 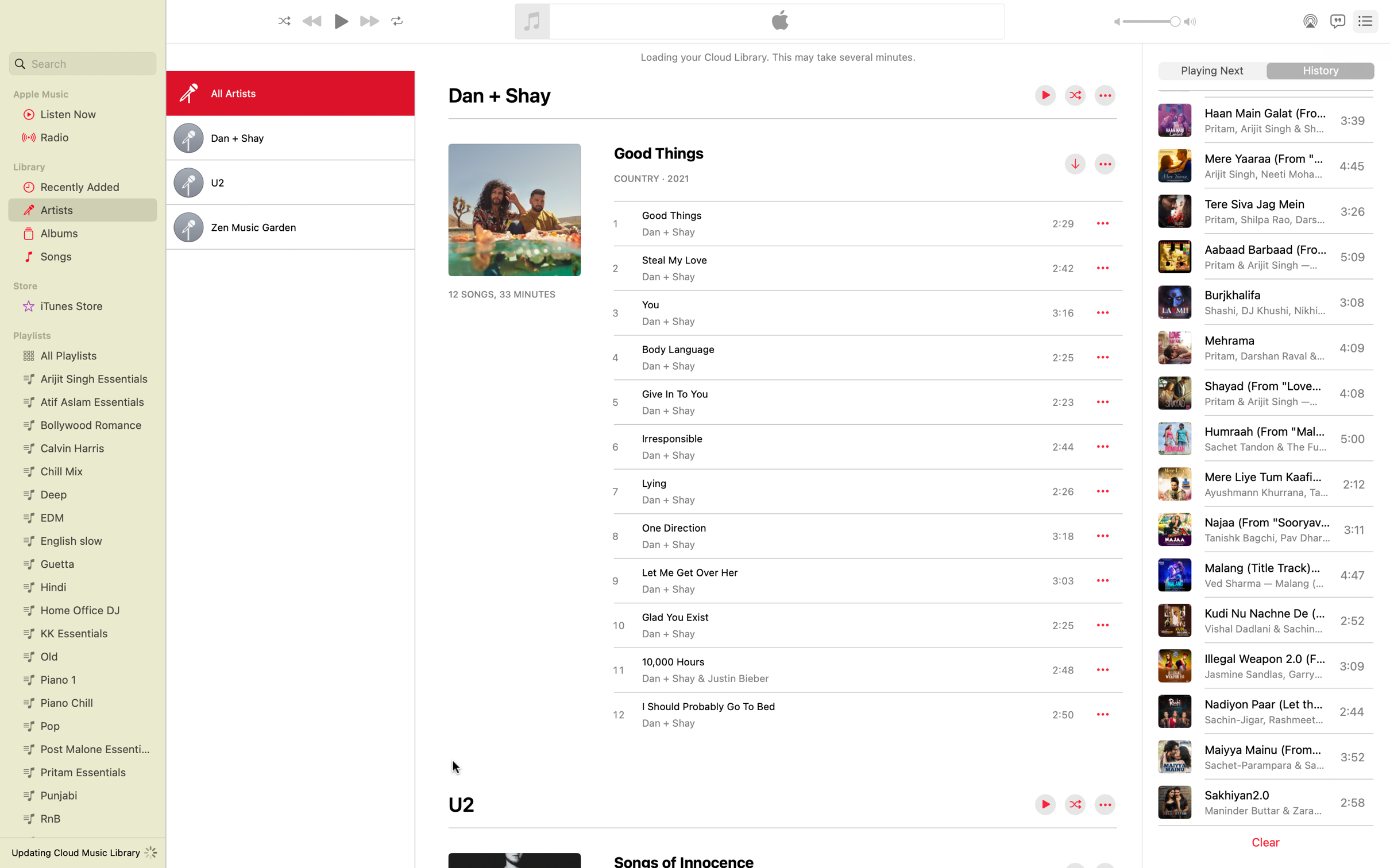 I want to click on the extended choices for the music "Give In To You, so click(x=1103, y=401).